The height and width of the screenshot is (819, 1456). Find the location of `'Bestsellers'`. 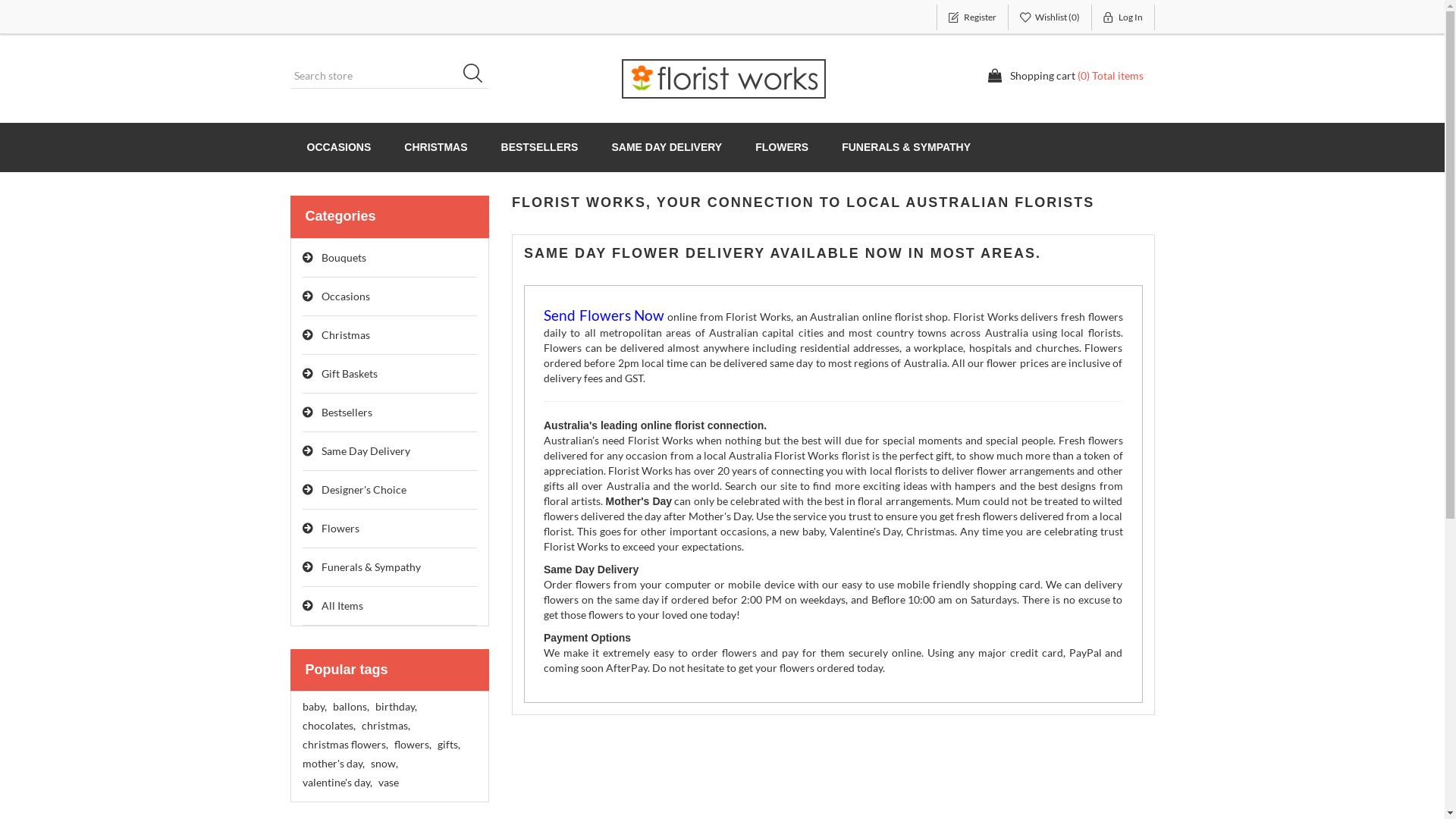

'Bestsellers' is located at coordinates (389, 413).